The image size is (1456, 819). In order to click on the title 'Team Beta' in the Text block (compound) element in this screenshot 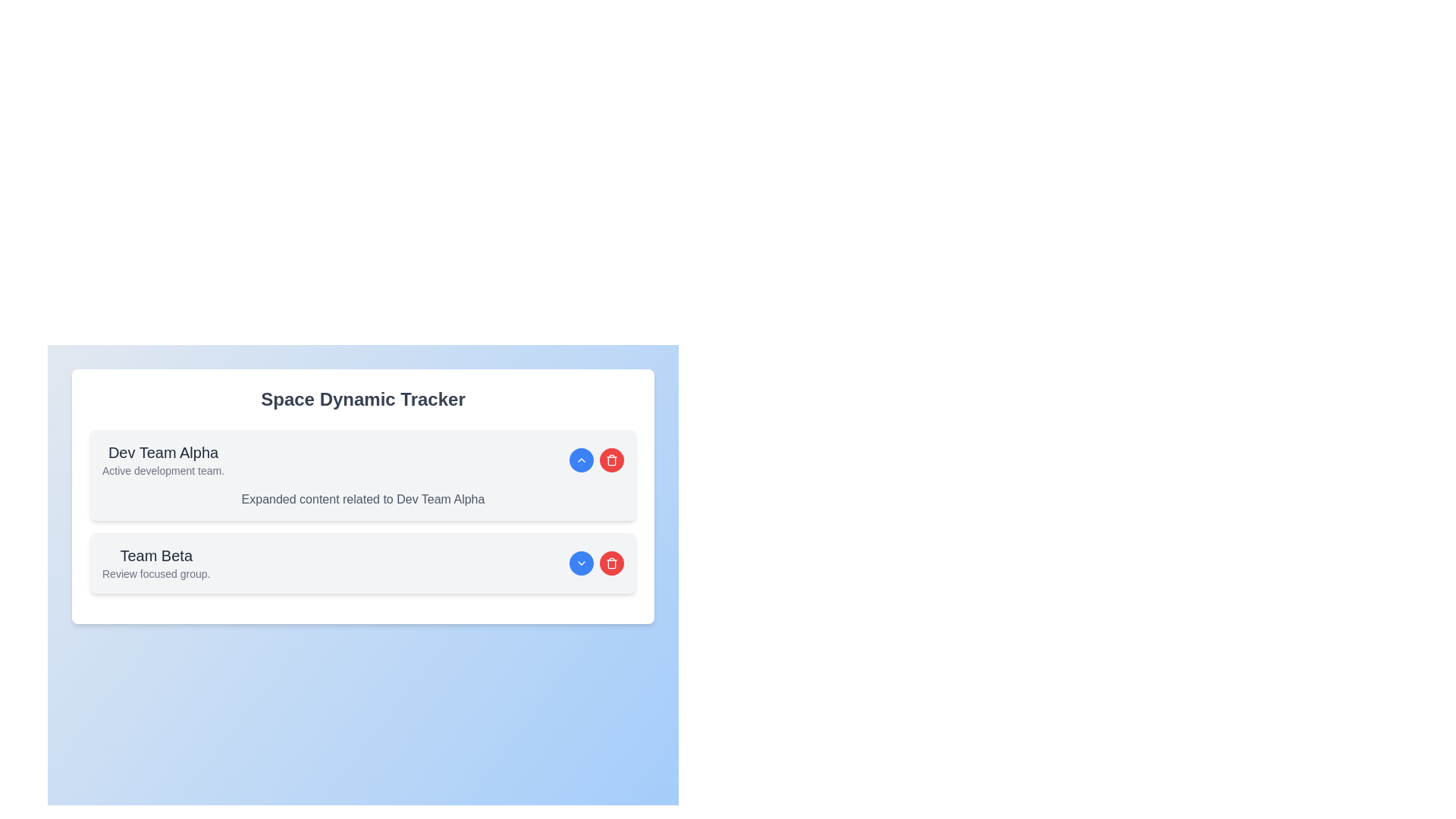, I will do `click(156, 563)`.